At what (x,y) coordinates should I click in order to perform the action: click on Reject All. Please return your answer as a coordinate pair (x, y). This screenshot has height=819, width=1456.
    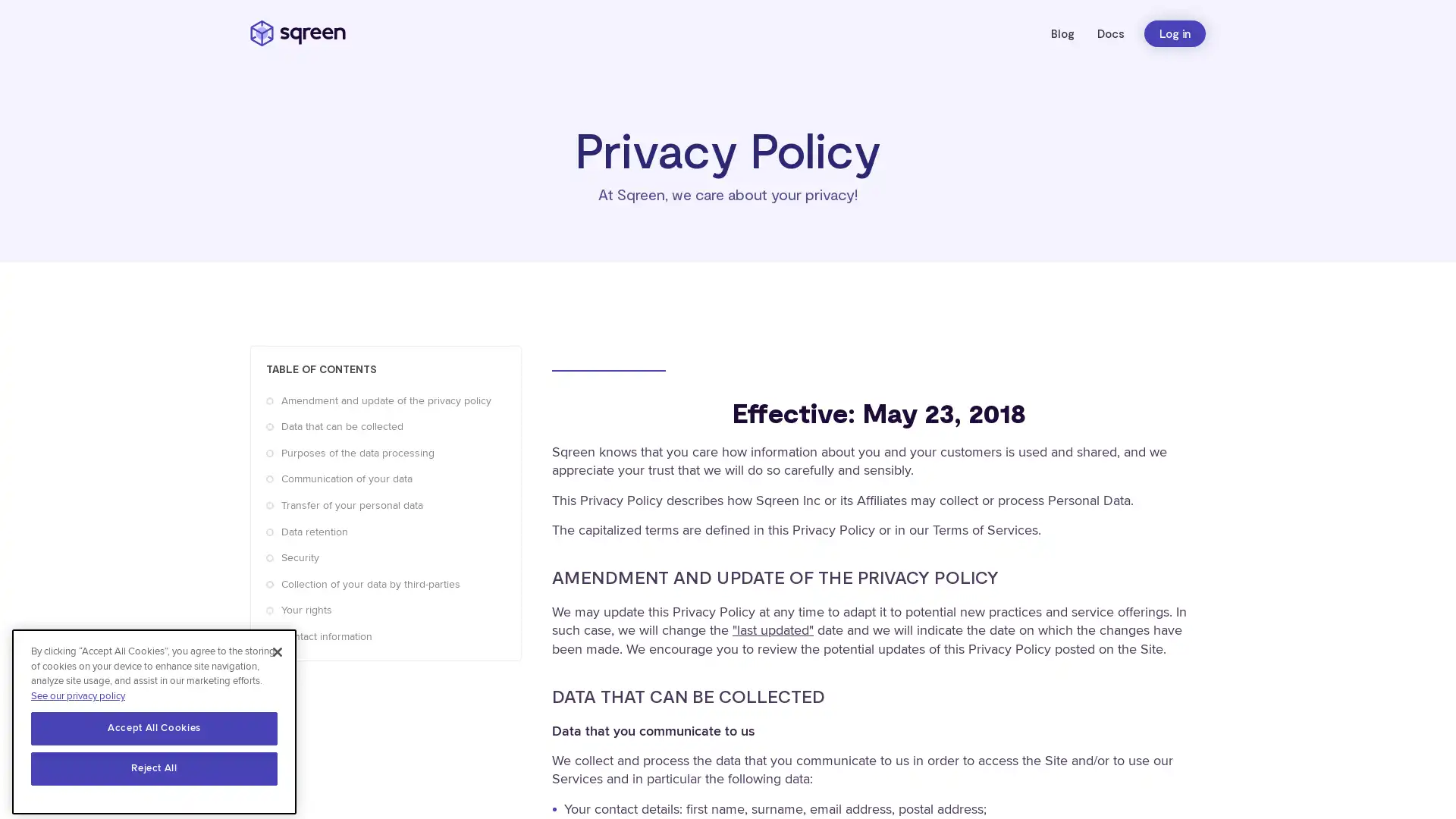
    Looking at the image, I should click on (154, 762).